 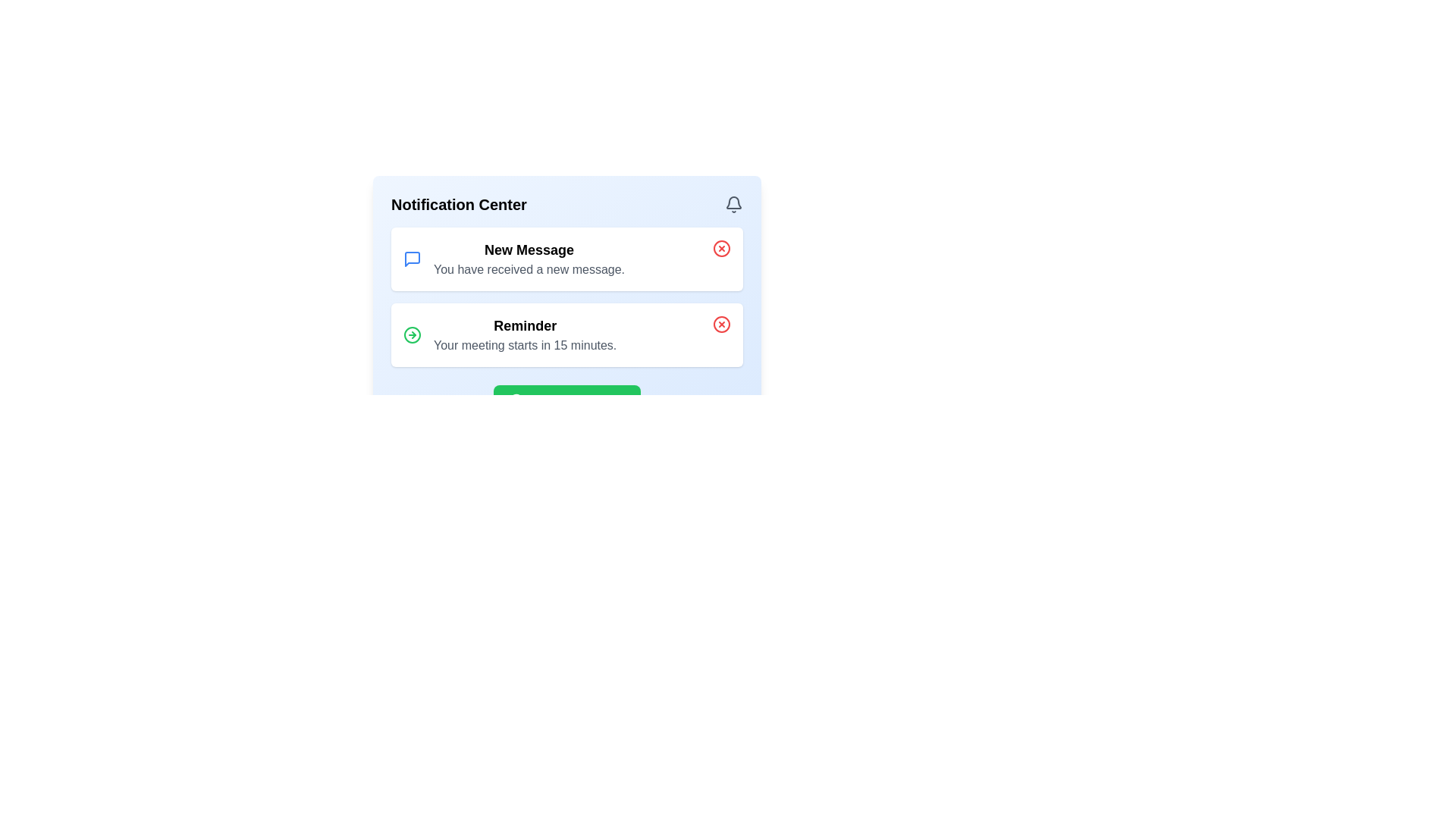 What do you see at coordinates (566, 400) in the screenshot?
I see `the rectangular button with a green background and white text that reads 'Mark All As Read', located at the bottom of the notification card` at bounding box center [566, 400].